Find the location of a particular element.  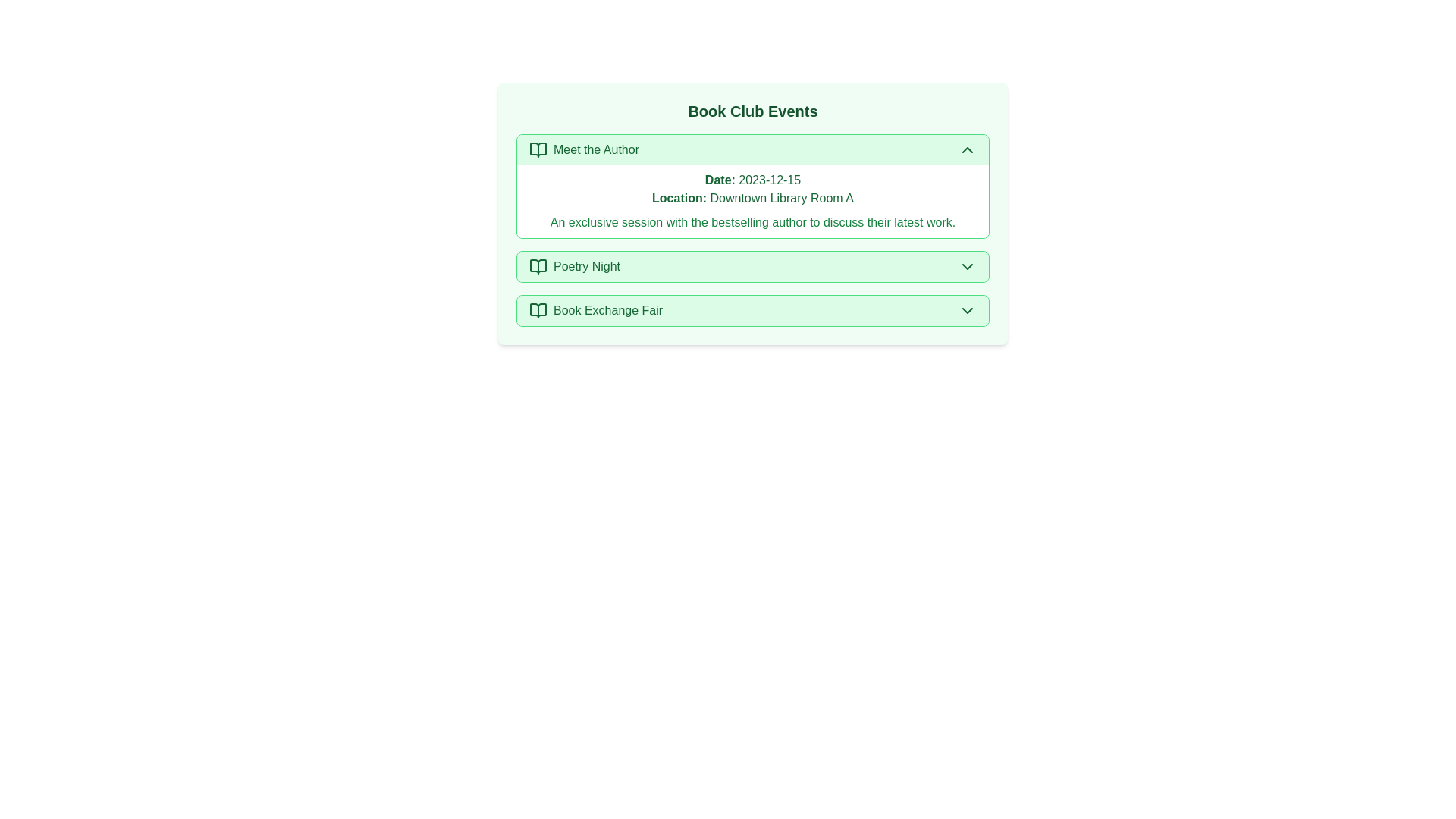

the static text label displaying 'Date:' in bold green font, located adjacent to the date value '2023-12-15' within the 'Meet the Author' event card is located at coordinates (719, 179).